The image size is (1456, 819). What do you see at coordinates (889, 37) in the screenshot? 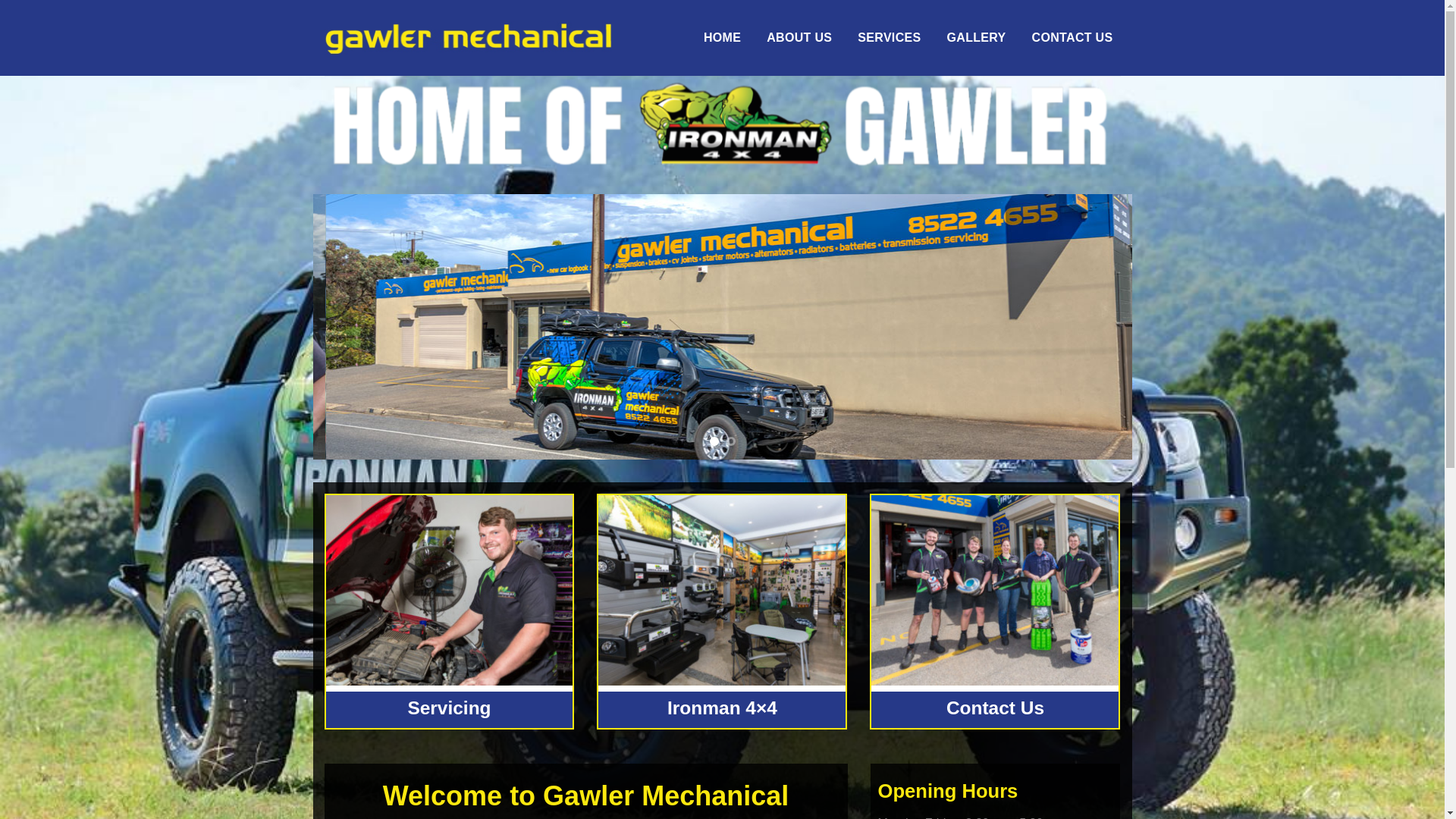
I see `'SERVICES'` at bounding box center [889, 37].